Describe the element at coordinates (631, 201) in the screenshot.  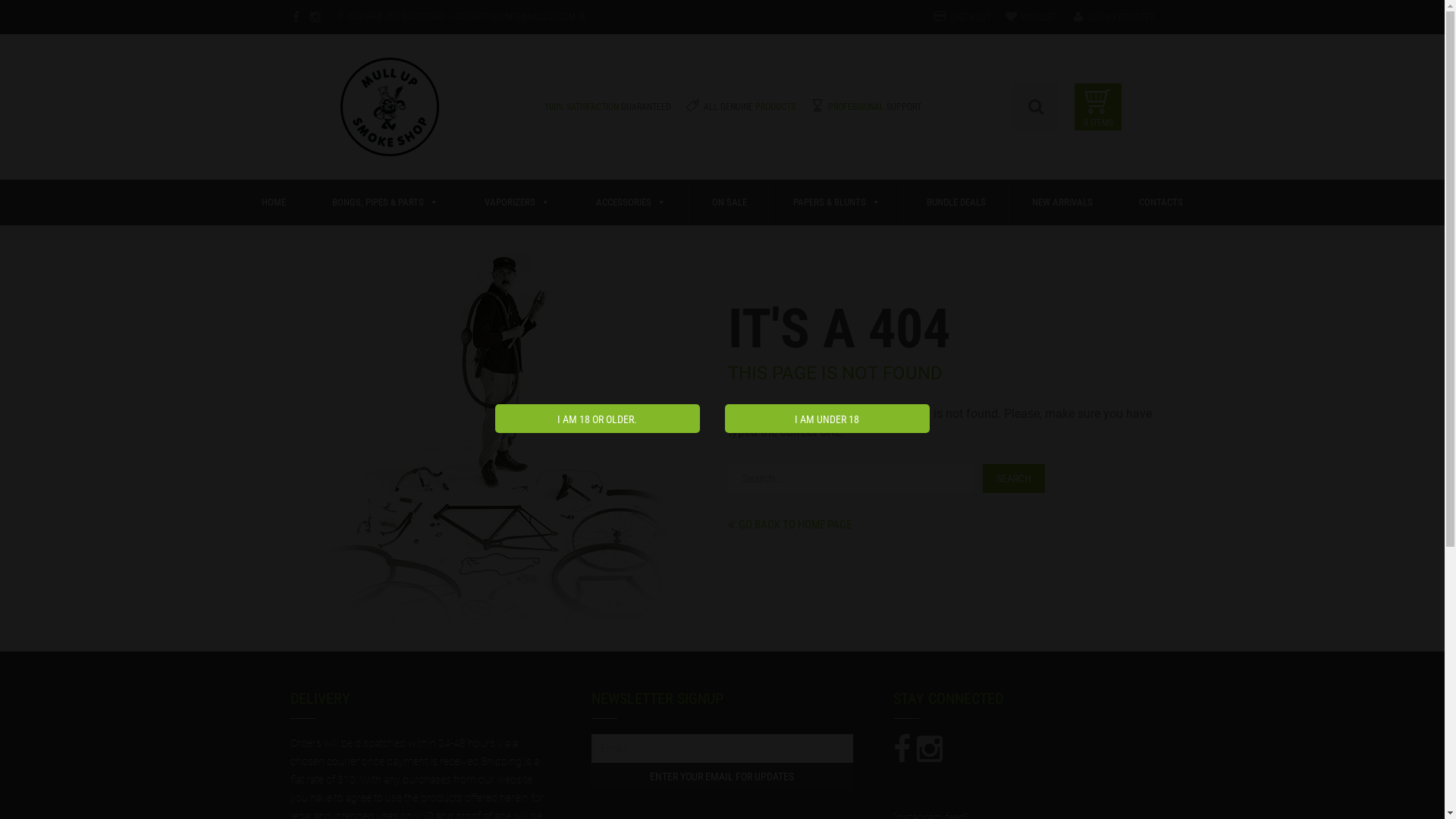
I see `'ACCESSORIES'` at that location.